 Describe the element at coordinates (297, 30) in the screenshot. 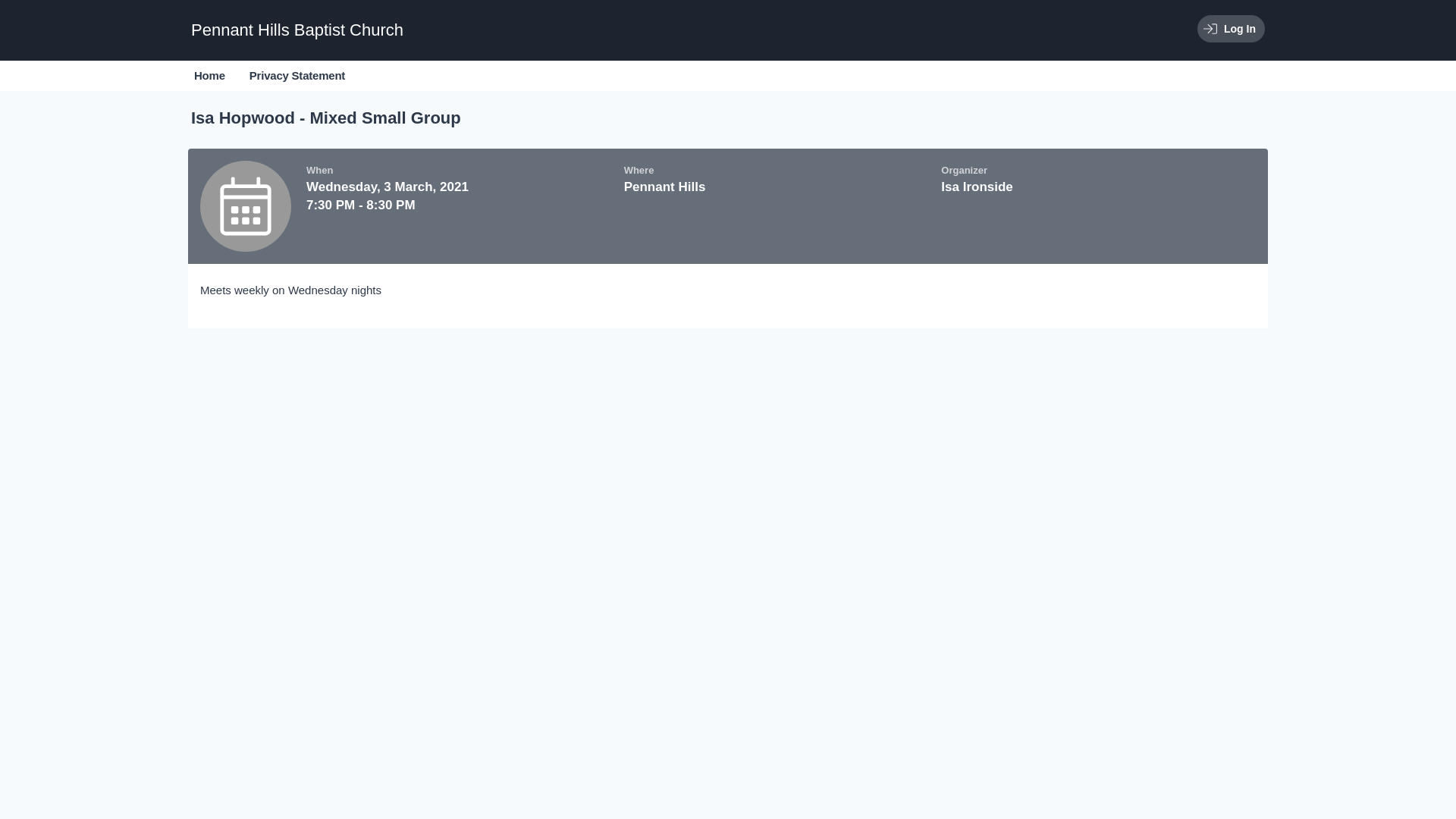

I see `'Pennant Hills Baptist Church'` at that location.